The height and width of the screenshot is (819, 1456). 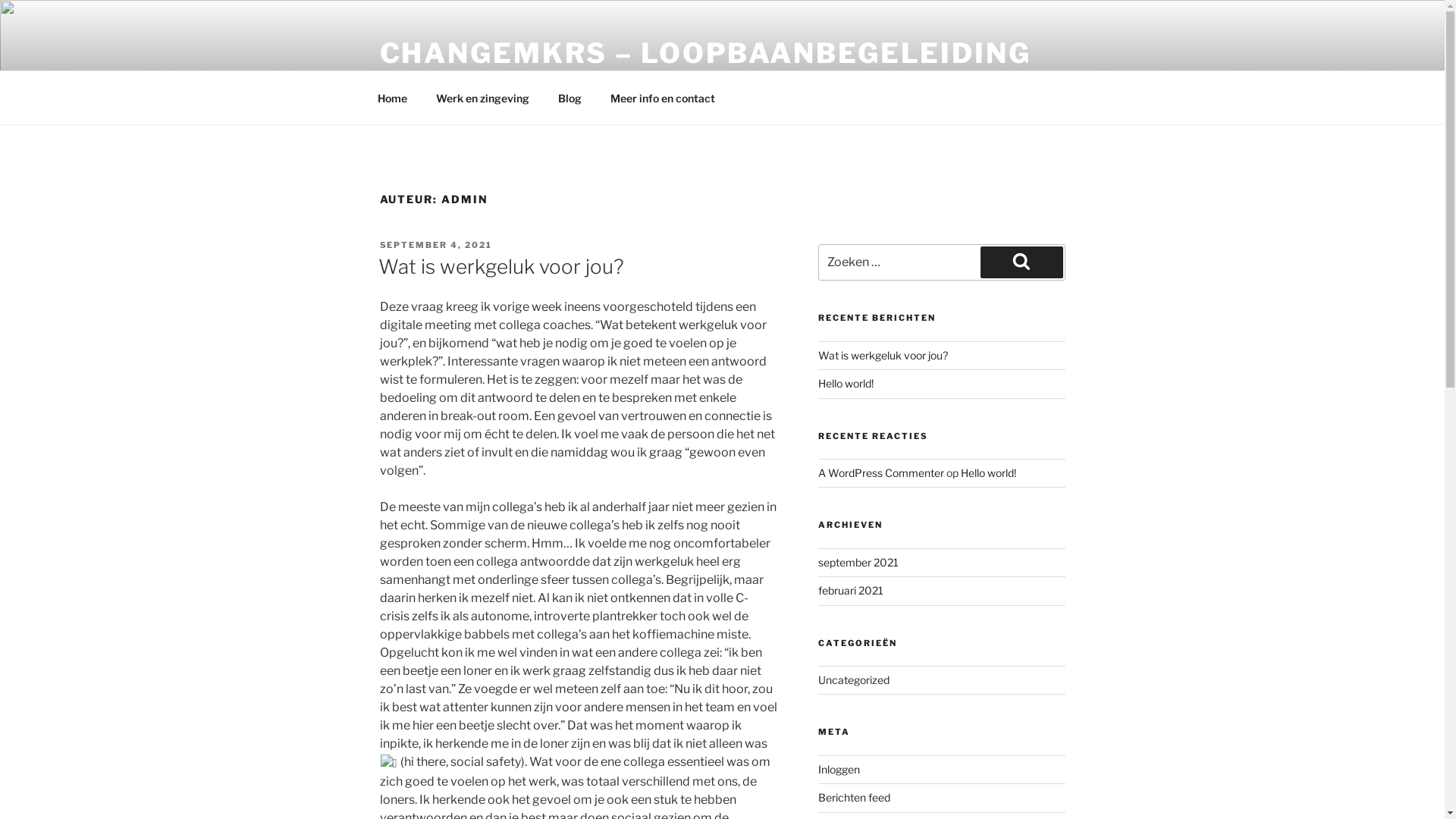 I want to click on 'Meer info en contact', so click(x=663, y=97).